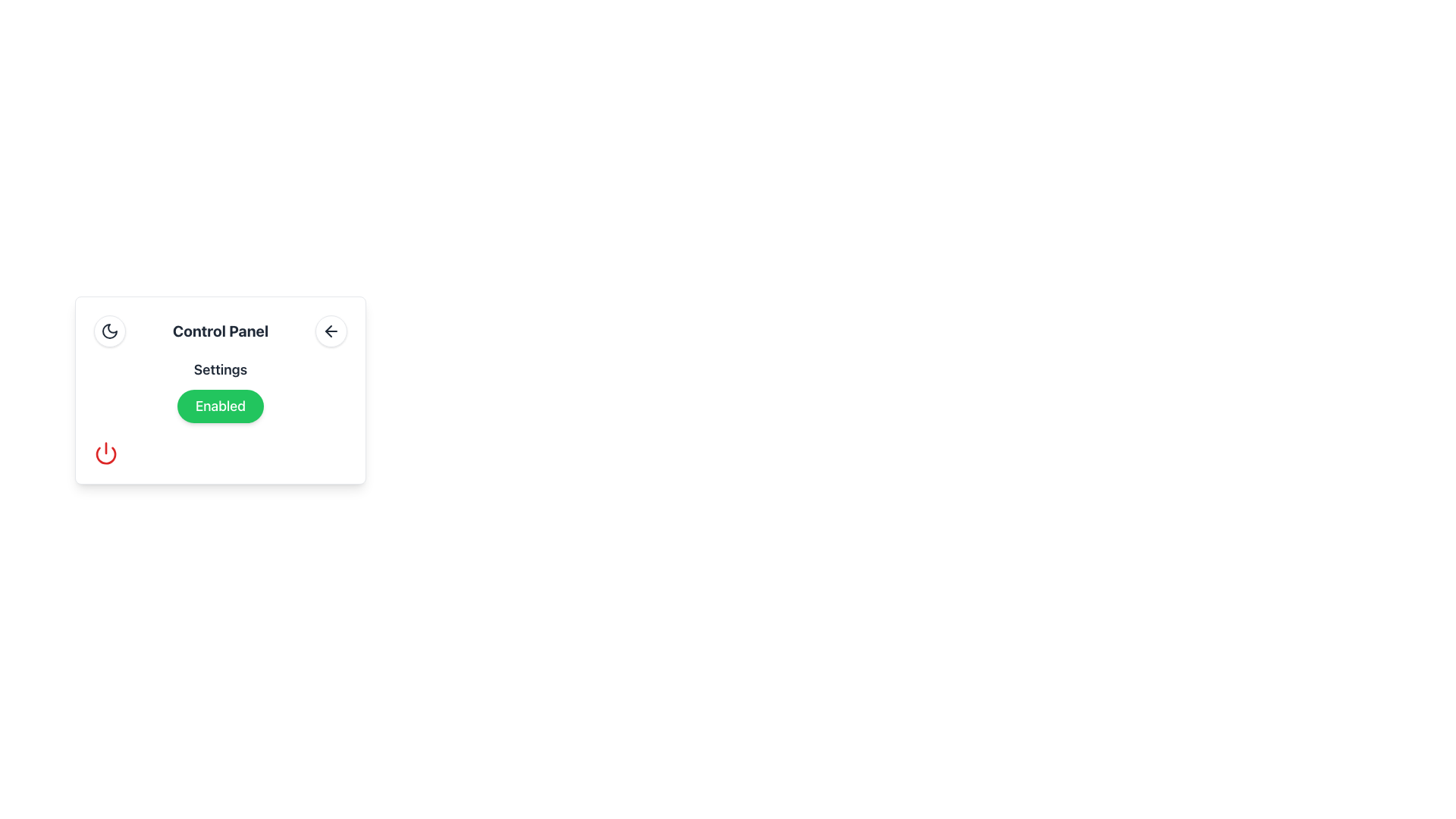 This screenshot has height=819, width=1456. What do you see at coordinates (330, 330) in the screenshot?
I see `the back navigation button located in the upper-right corner of the card layout` at bounding box center [330, 330].